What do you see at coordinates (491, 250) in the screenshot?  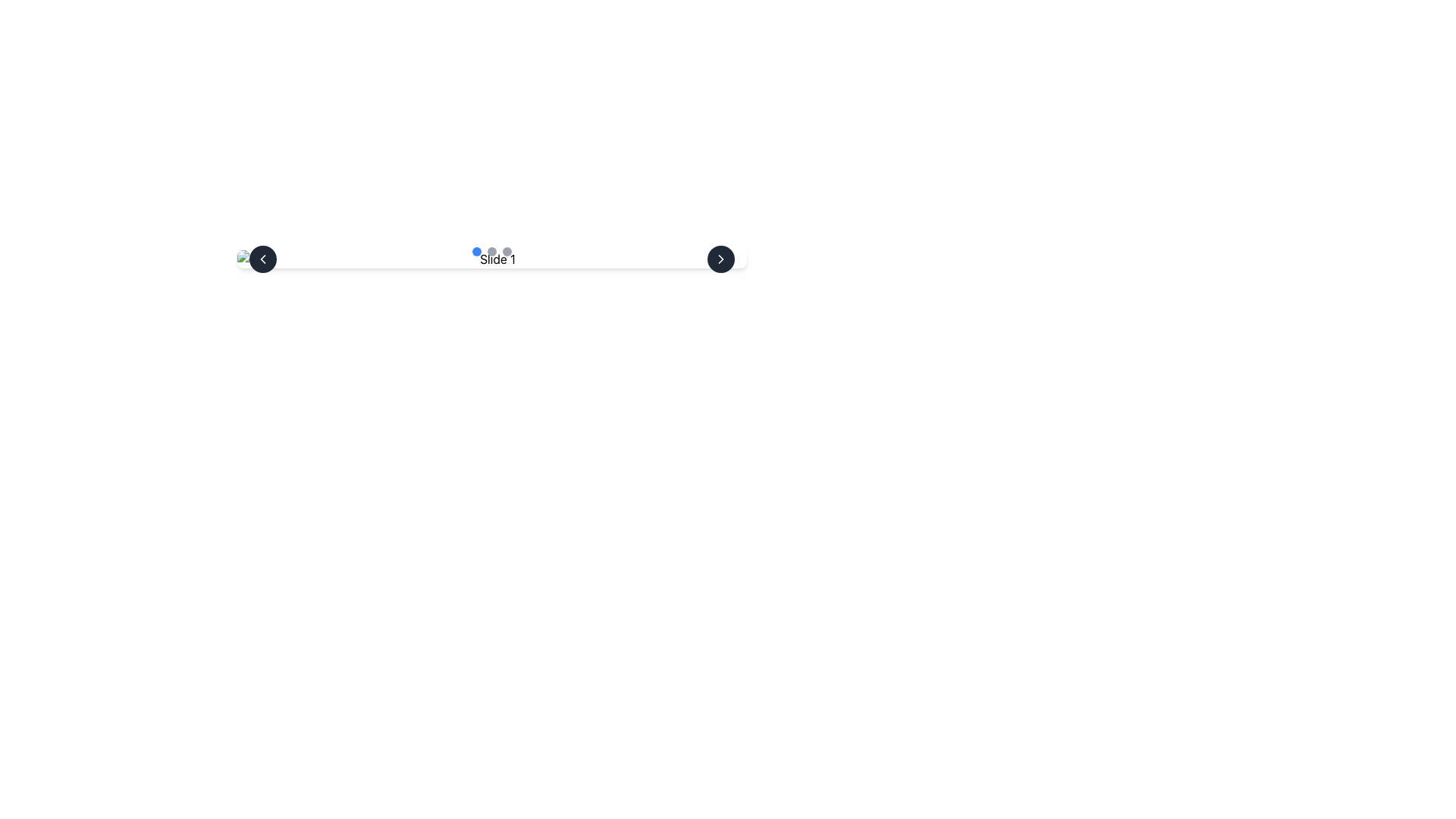 I see `the second gray navigation dot in the horizontal set of three dots at the bottom-center of the interface` at bounding box center [491, 250].